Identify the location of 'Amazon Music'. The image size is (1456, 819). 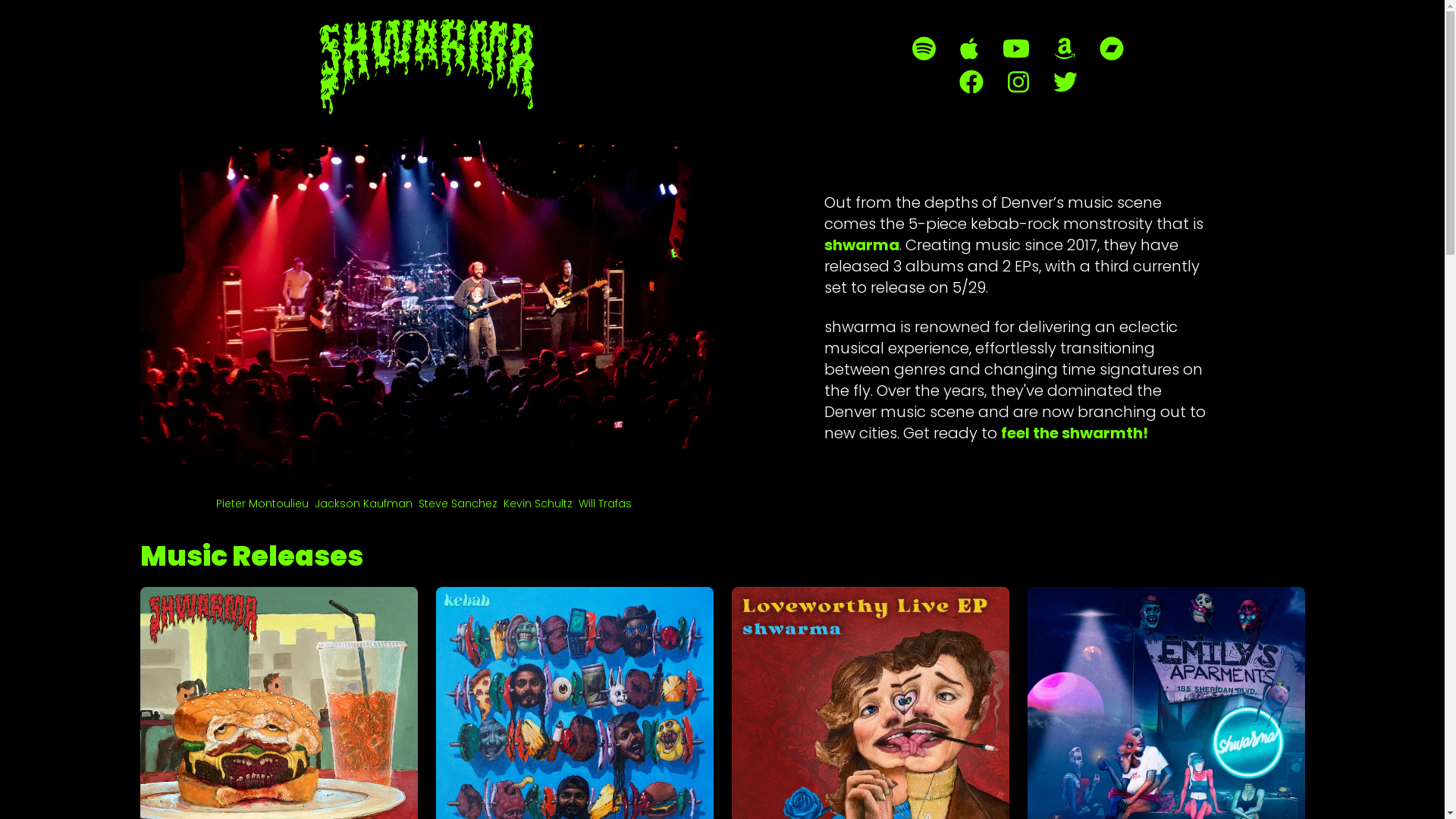
(1063, 48).